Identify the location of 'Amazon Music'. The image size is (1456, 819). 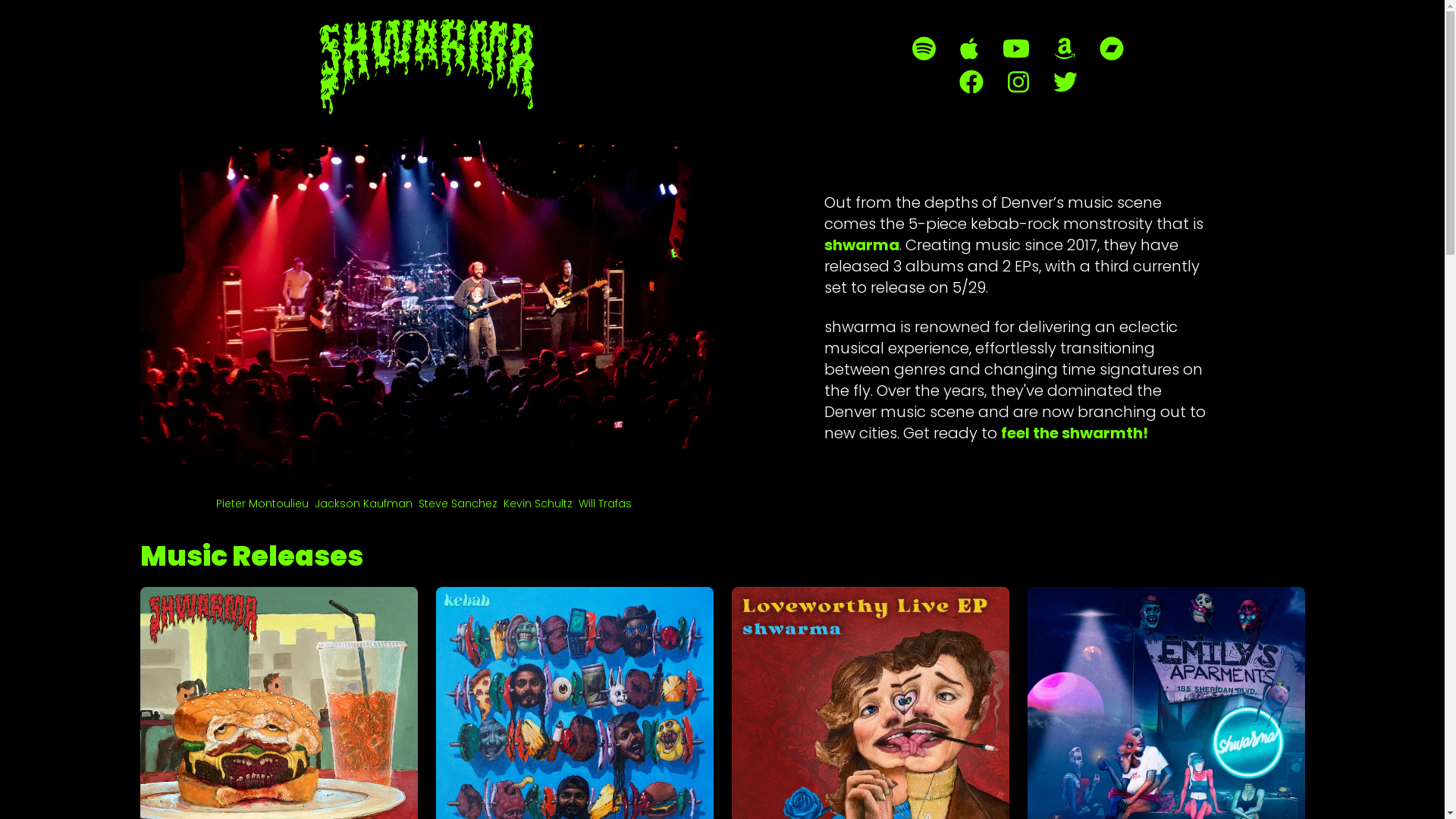
(1063, 48).